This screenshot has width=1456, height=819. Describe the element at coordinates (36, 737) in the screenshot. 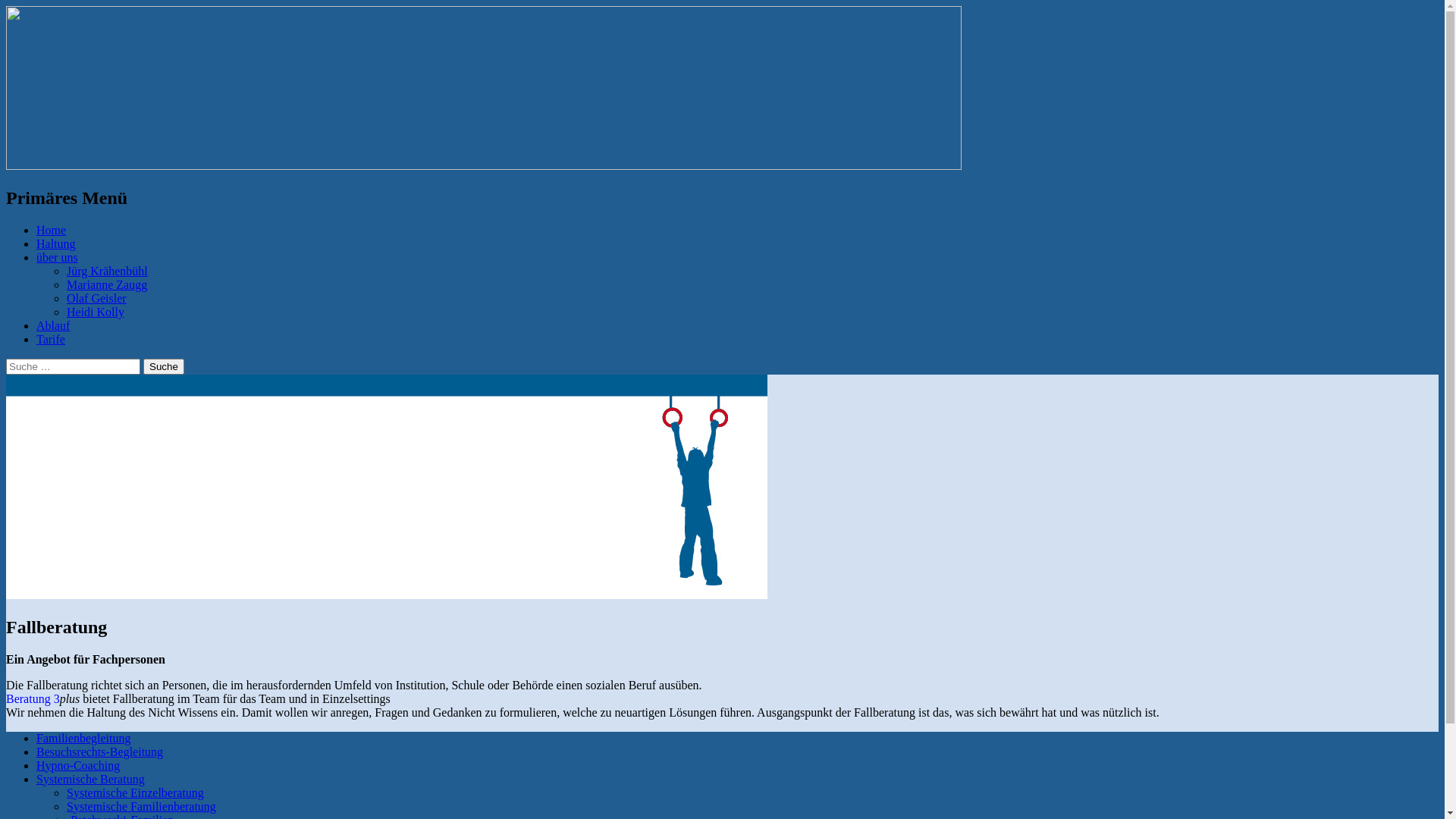

I see `'Familienbegleitung'` at that location.